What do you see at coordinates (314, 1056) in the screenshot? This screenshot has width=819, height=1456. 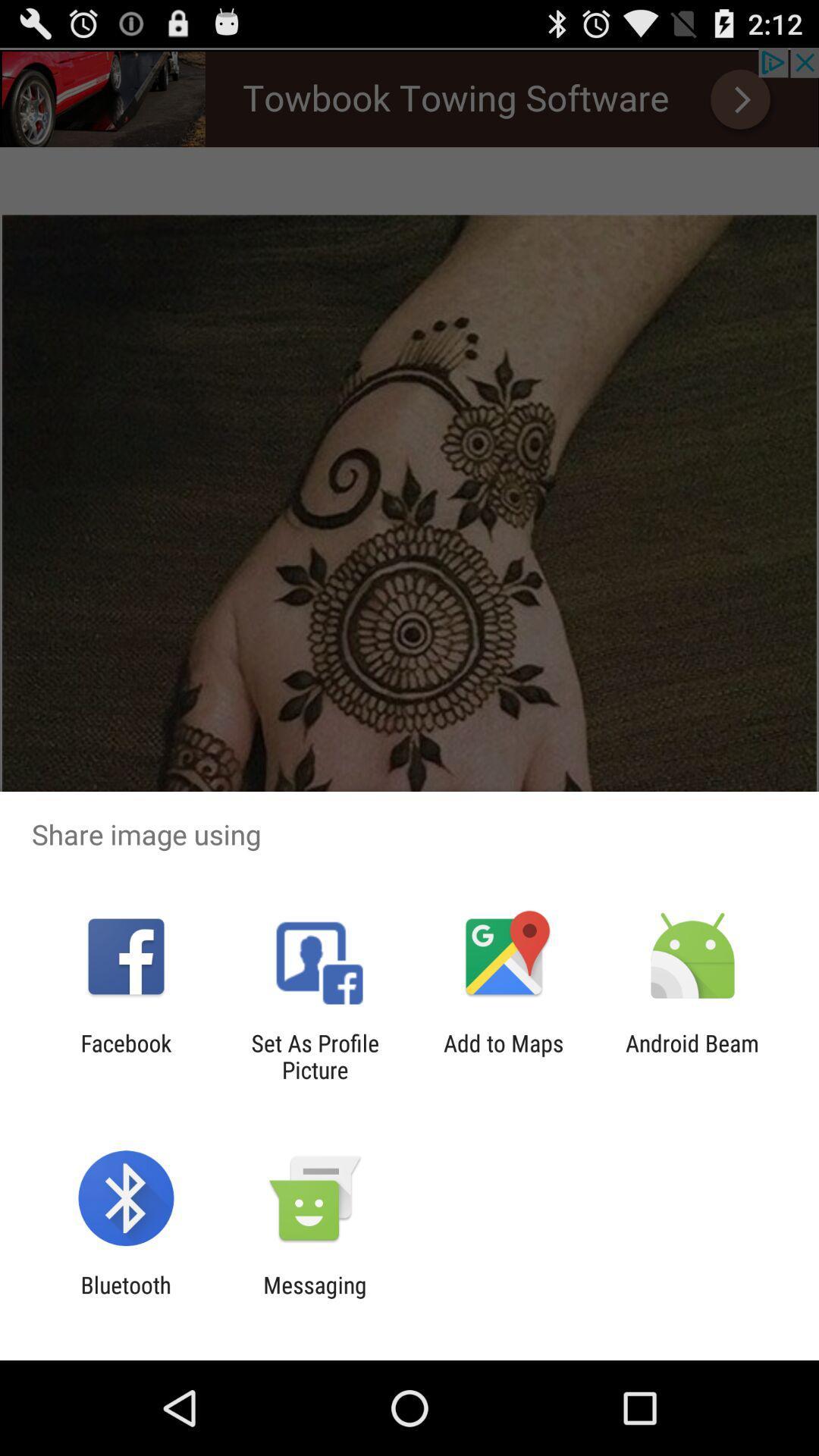 I see `app next to facebook app` at bounding box center [314, 1056].